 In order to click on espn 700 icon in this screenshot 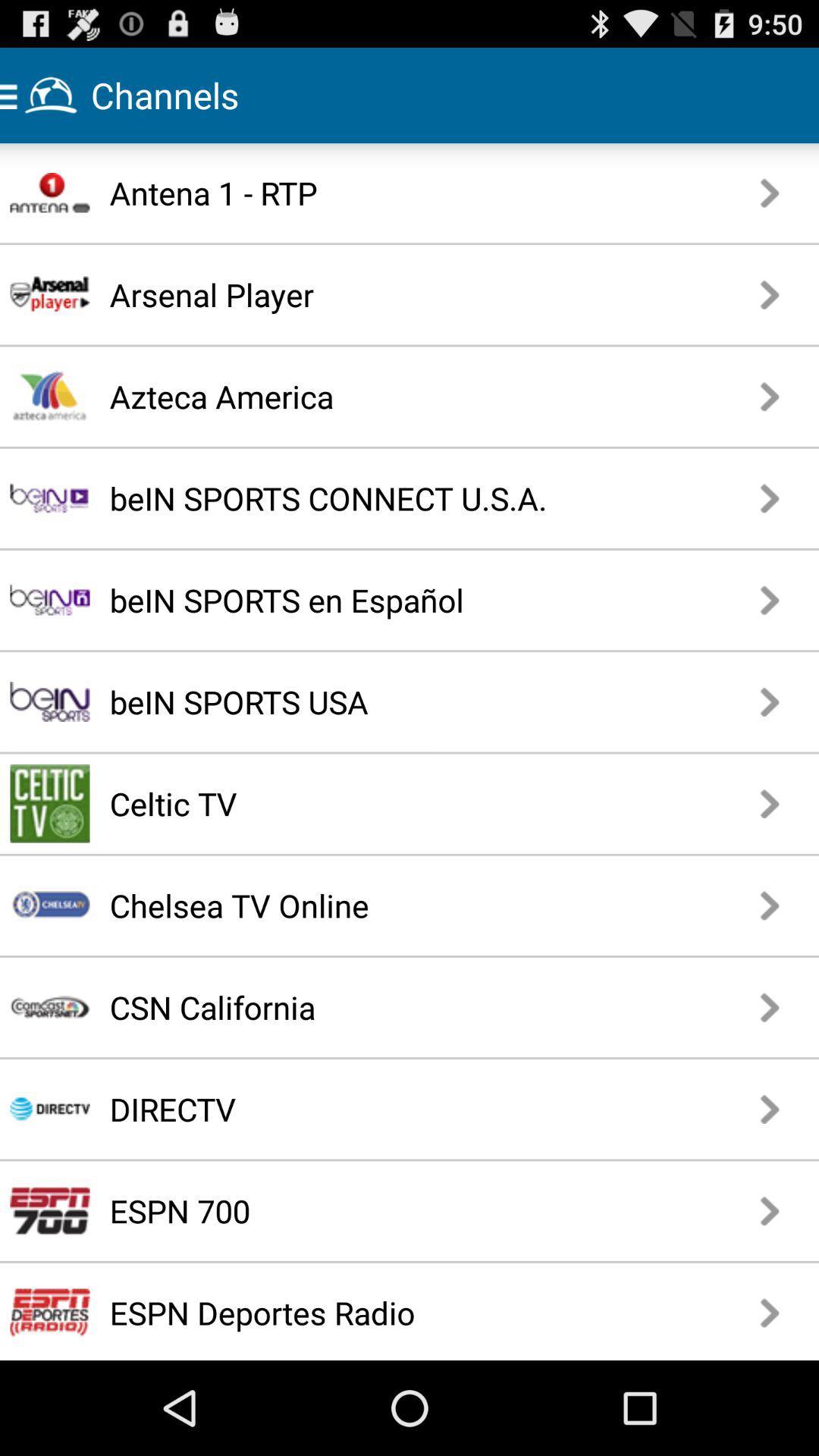, I will do `click(357, 1210)`.